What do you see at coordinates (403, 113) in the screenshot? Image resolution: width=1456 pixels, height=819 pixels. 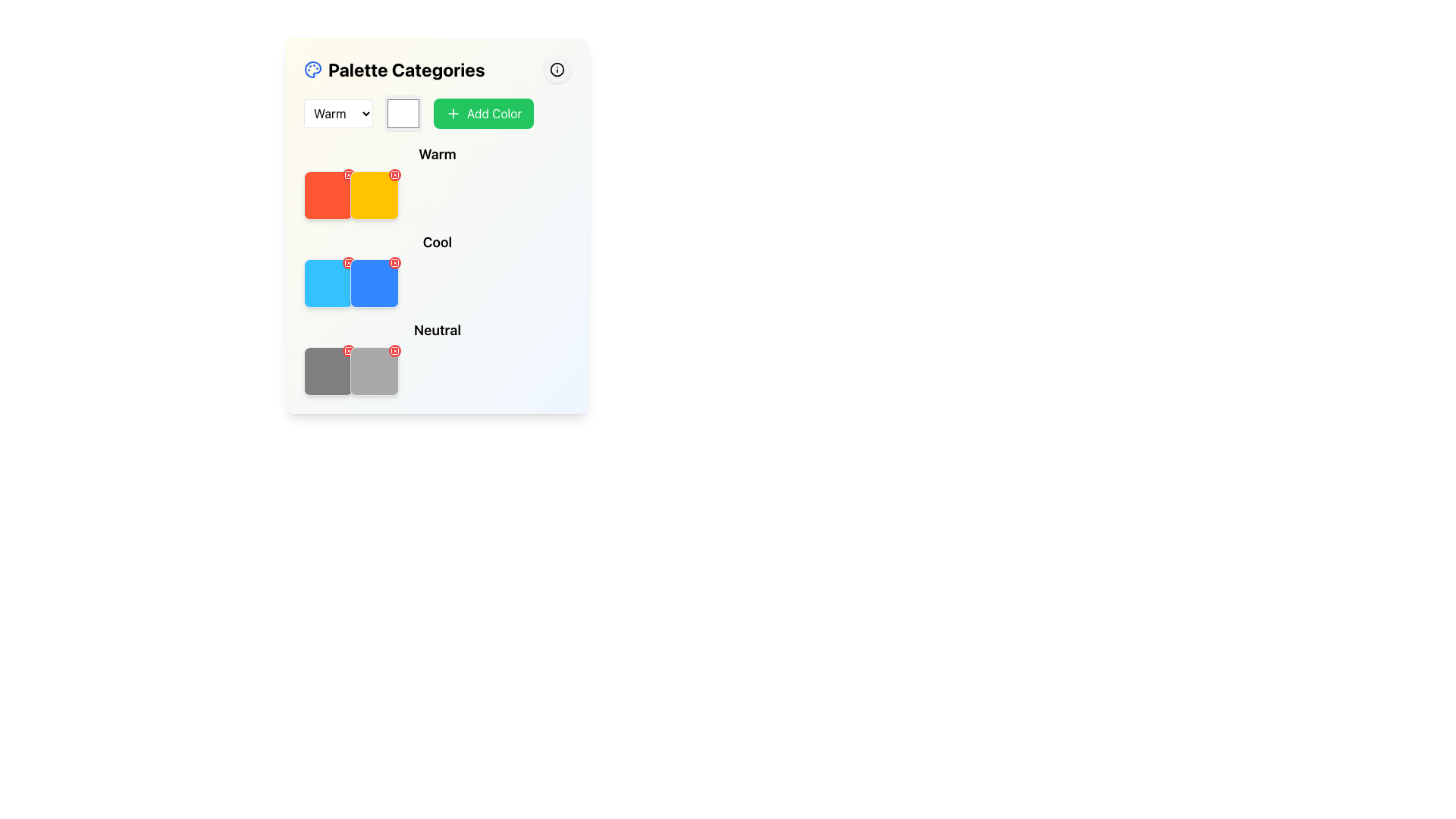 I see `the Color selector element located between the 'Warm' dropdown and the 'Add Color' green button` at bounding box center [403, 113].